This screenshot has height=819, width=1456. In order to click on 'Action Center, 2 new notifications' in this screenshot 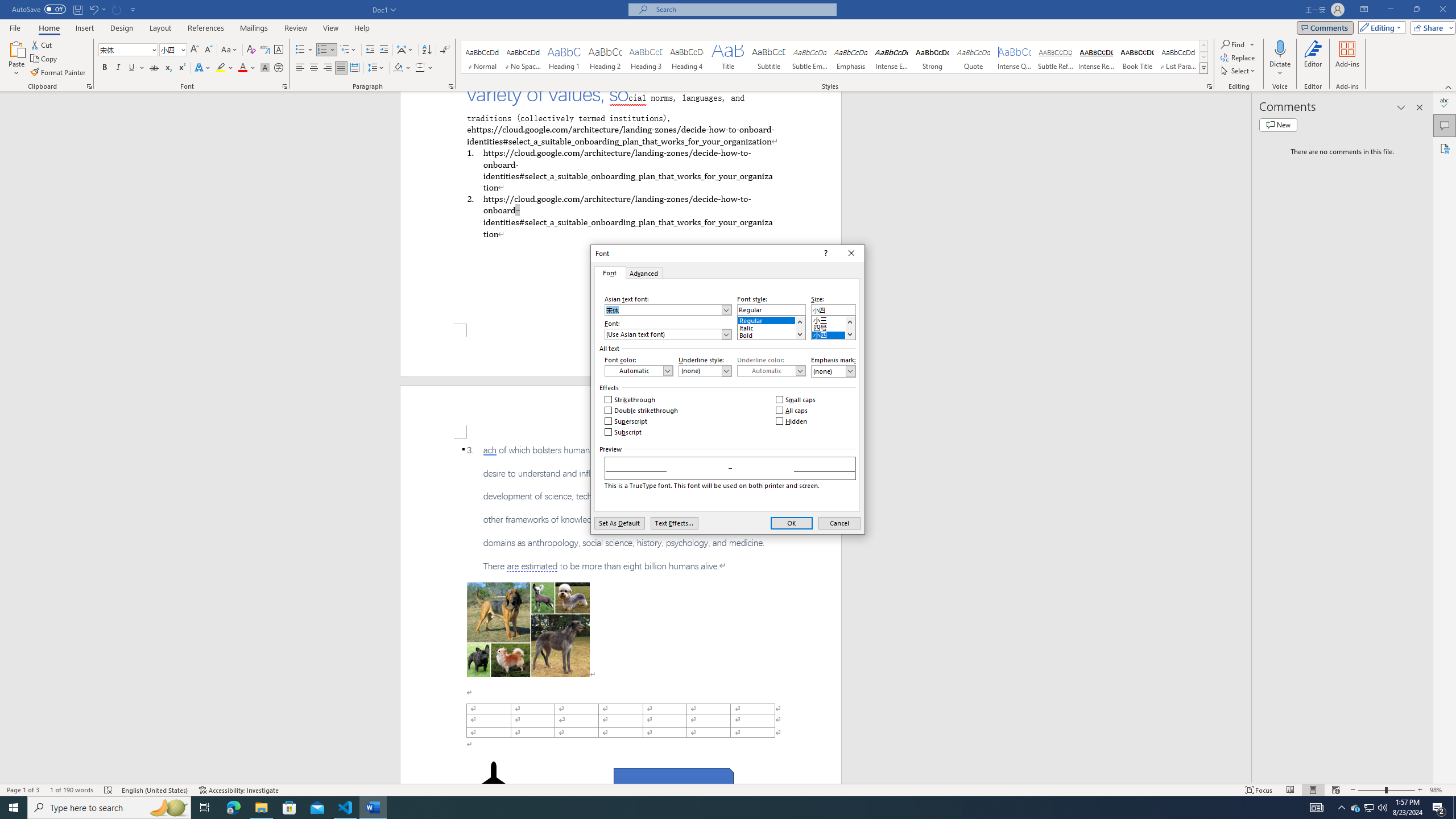, I will do `click(1439, 806)`.